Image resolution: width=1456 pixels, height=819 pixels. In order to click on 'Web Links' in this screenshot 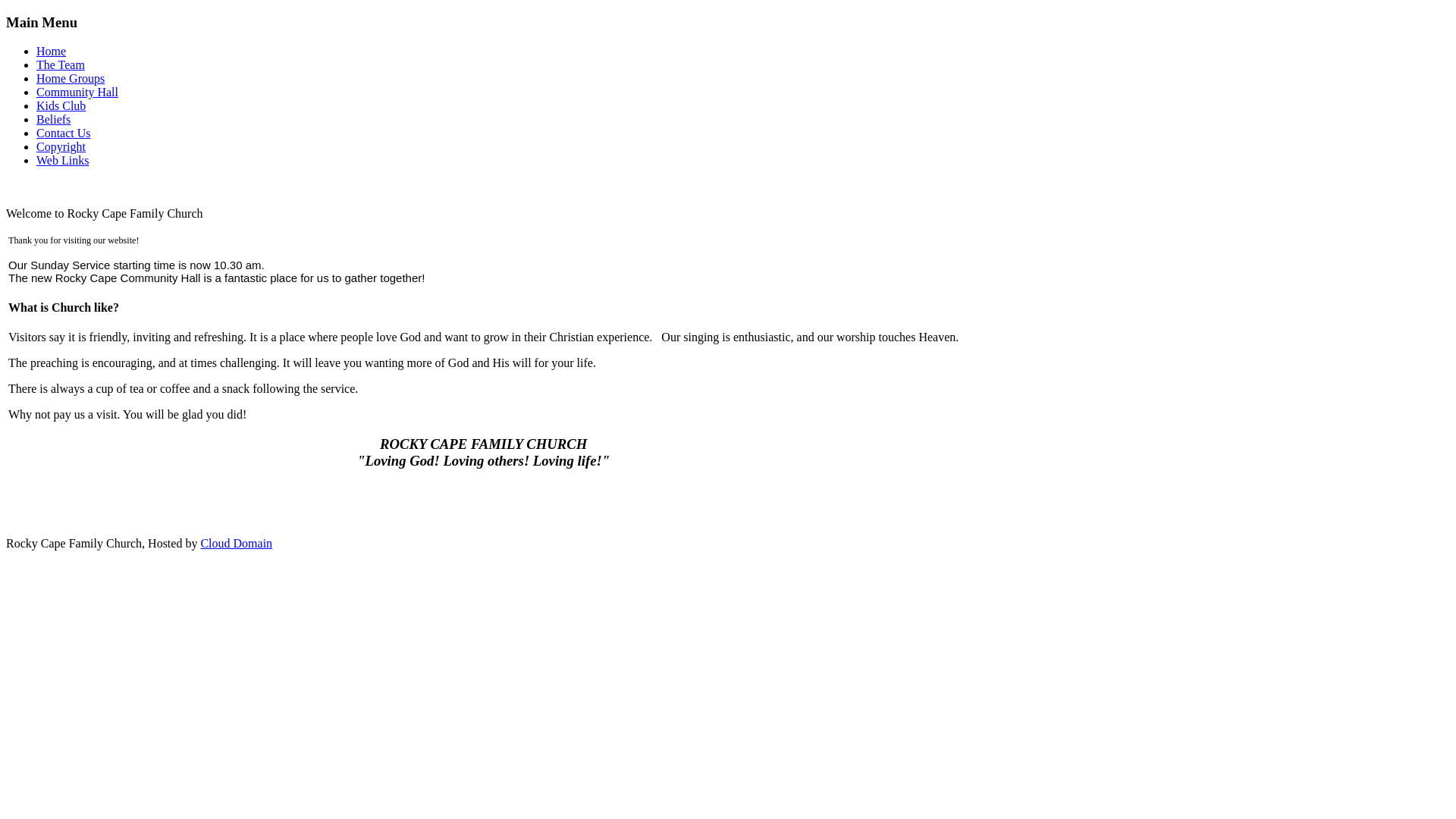, I will do `click(61, 160)`.